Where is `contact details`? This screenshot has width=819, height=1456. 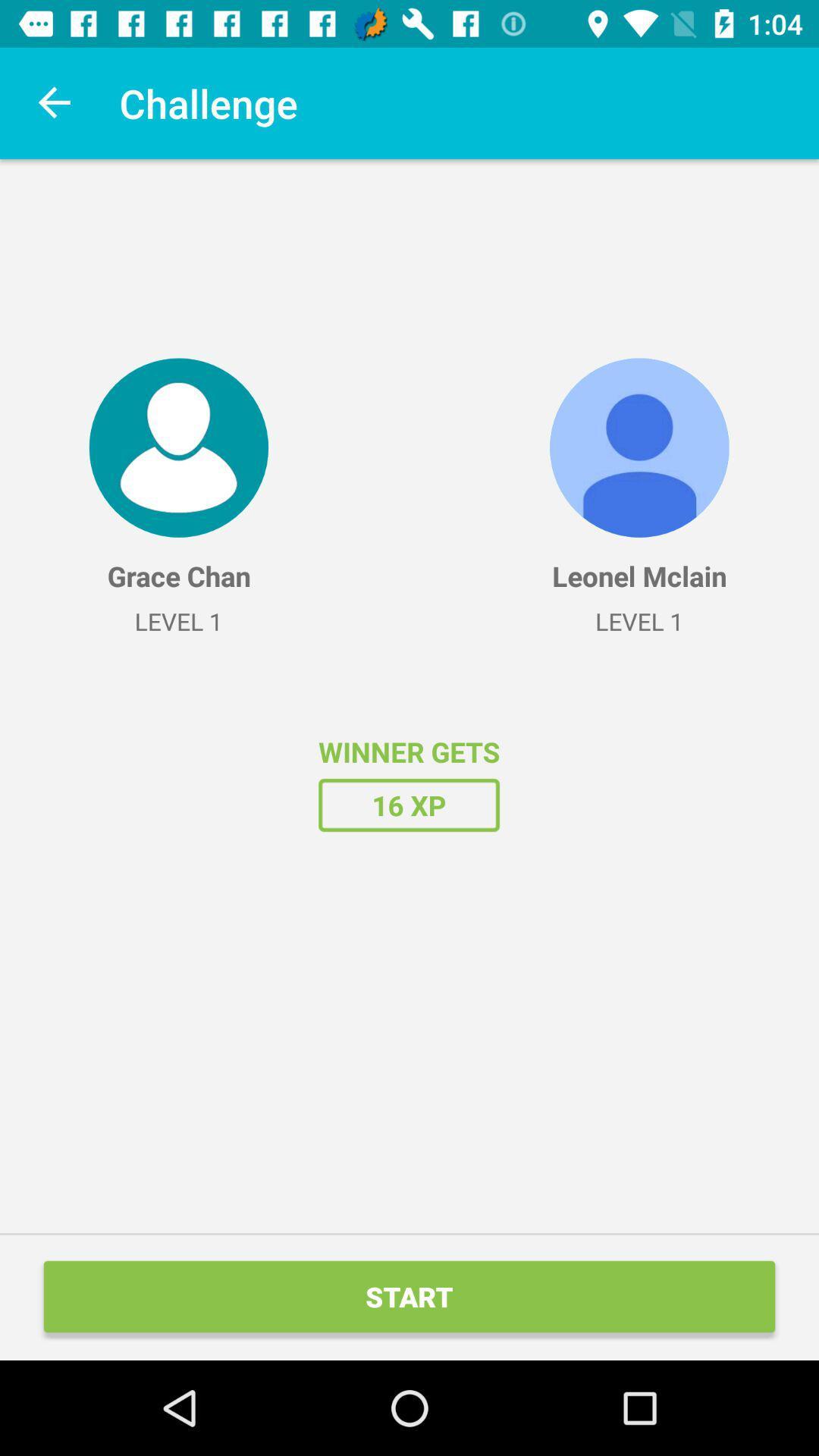 contact details is located at coordinates (177, 447).